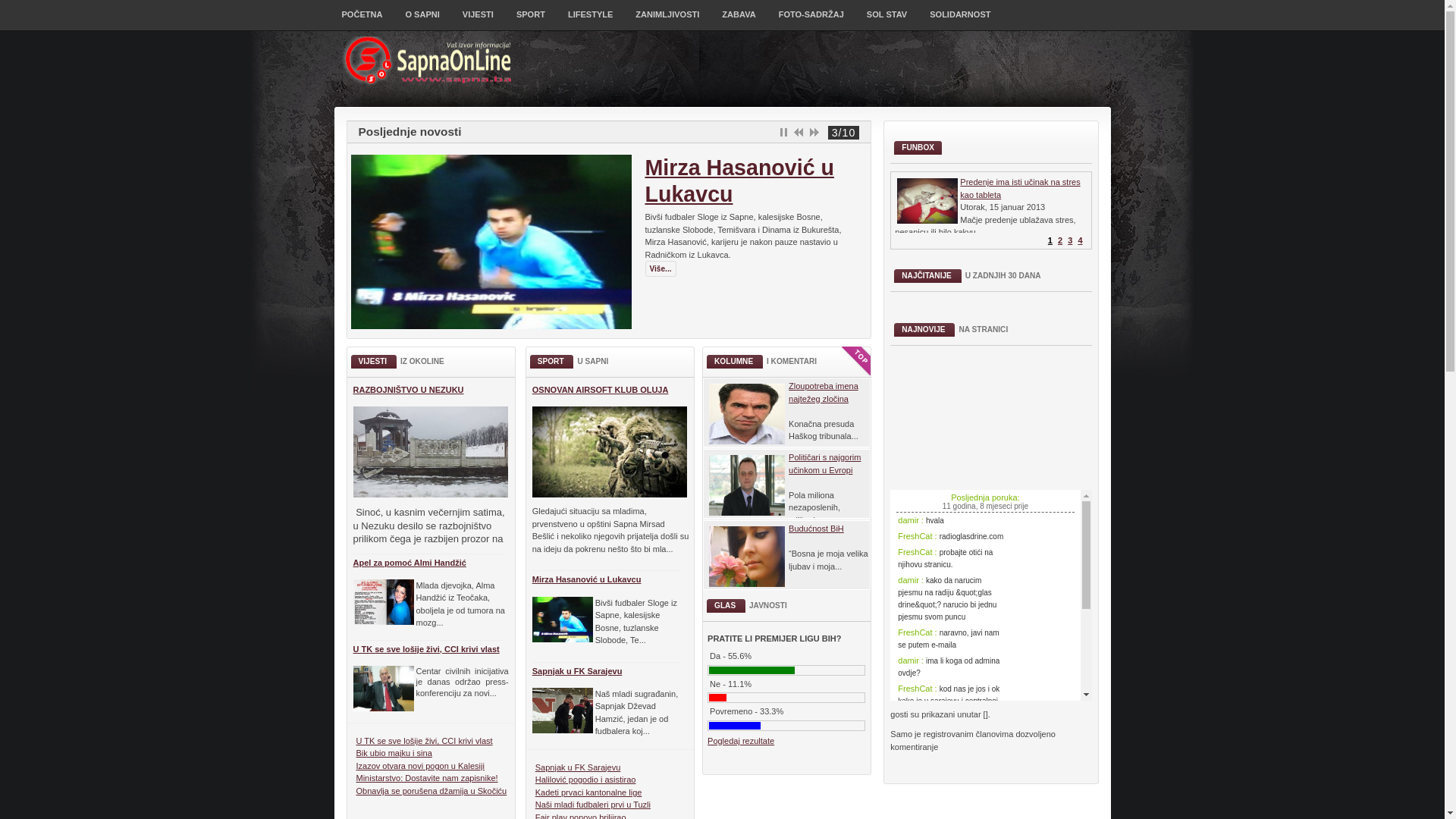 Image resolution: width=1456 pixels, height=819 pixels. I want to click on 'SOL STAV', so click(886, 20).